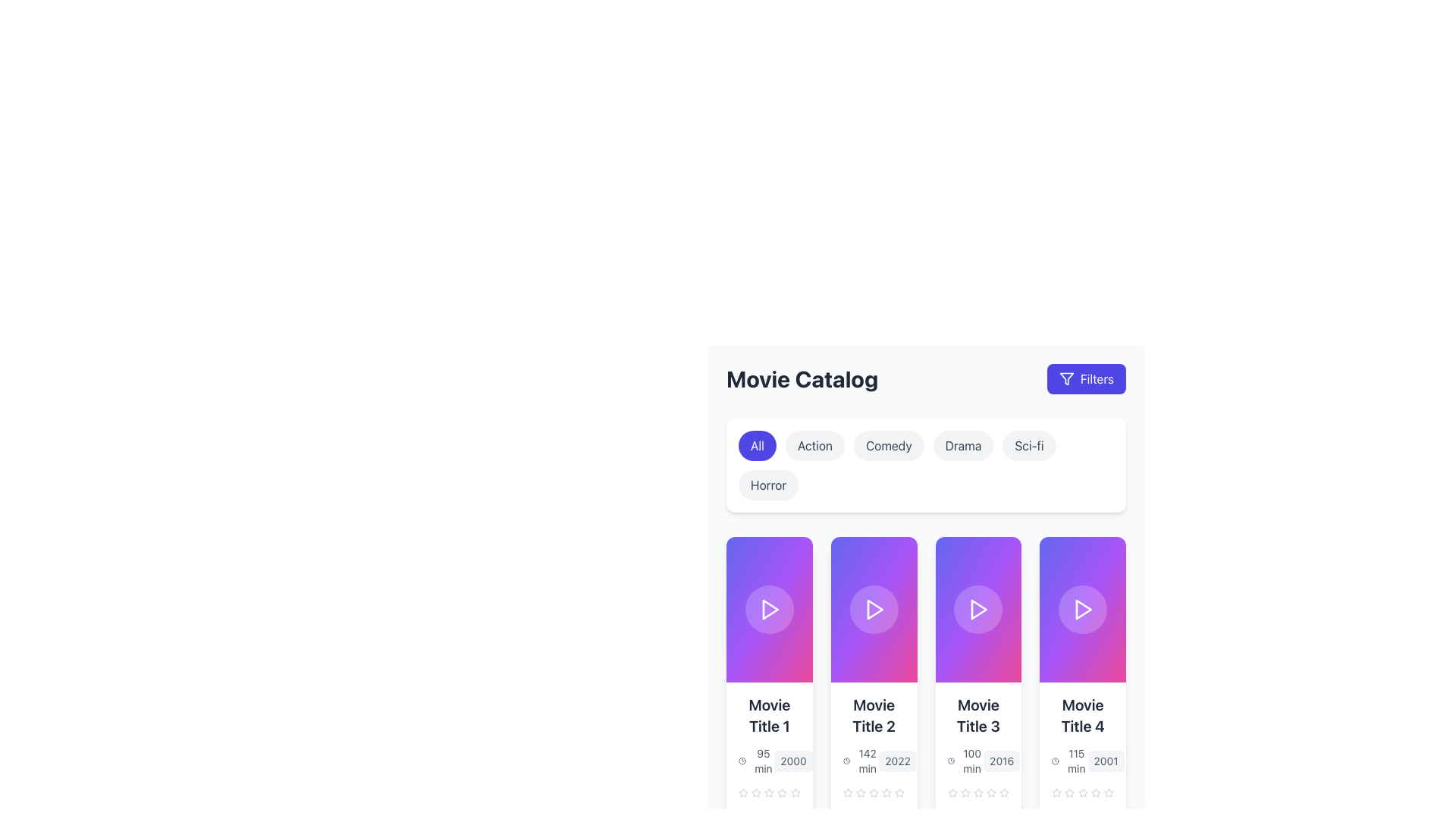 Image resolution: width=1456 pixels, height=819 pixels. What do you see at coordinates (783, 792) in the screenshot?
I see `on the sixth star icon in the rating sequence located beneath the 'Movie Title 1' section` at bounding box center [783, 792].